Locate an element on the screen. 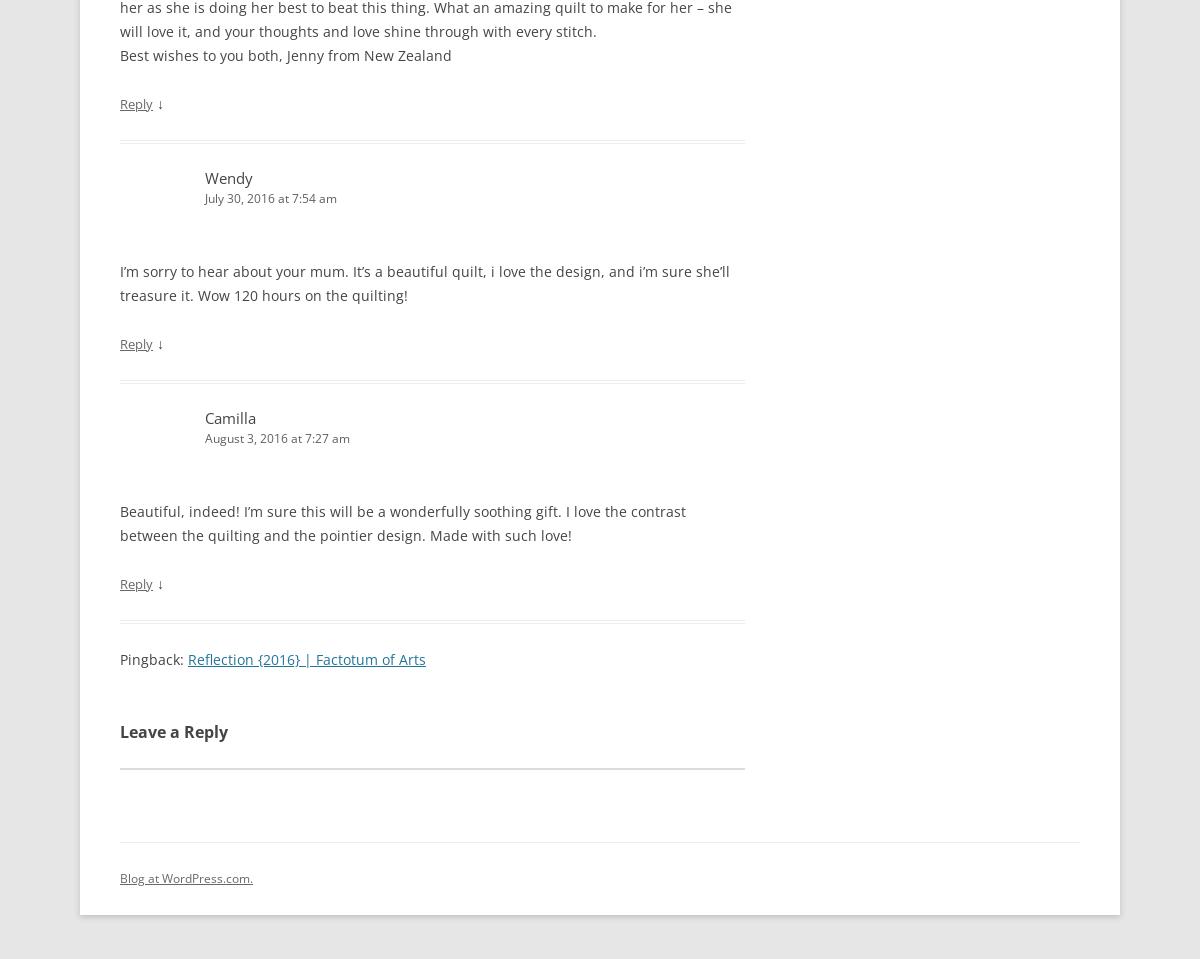 The height and width of the screenshot is (959, 1200). 'Pingback:' is located at coordinates (152, 658).